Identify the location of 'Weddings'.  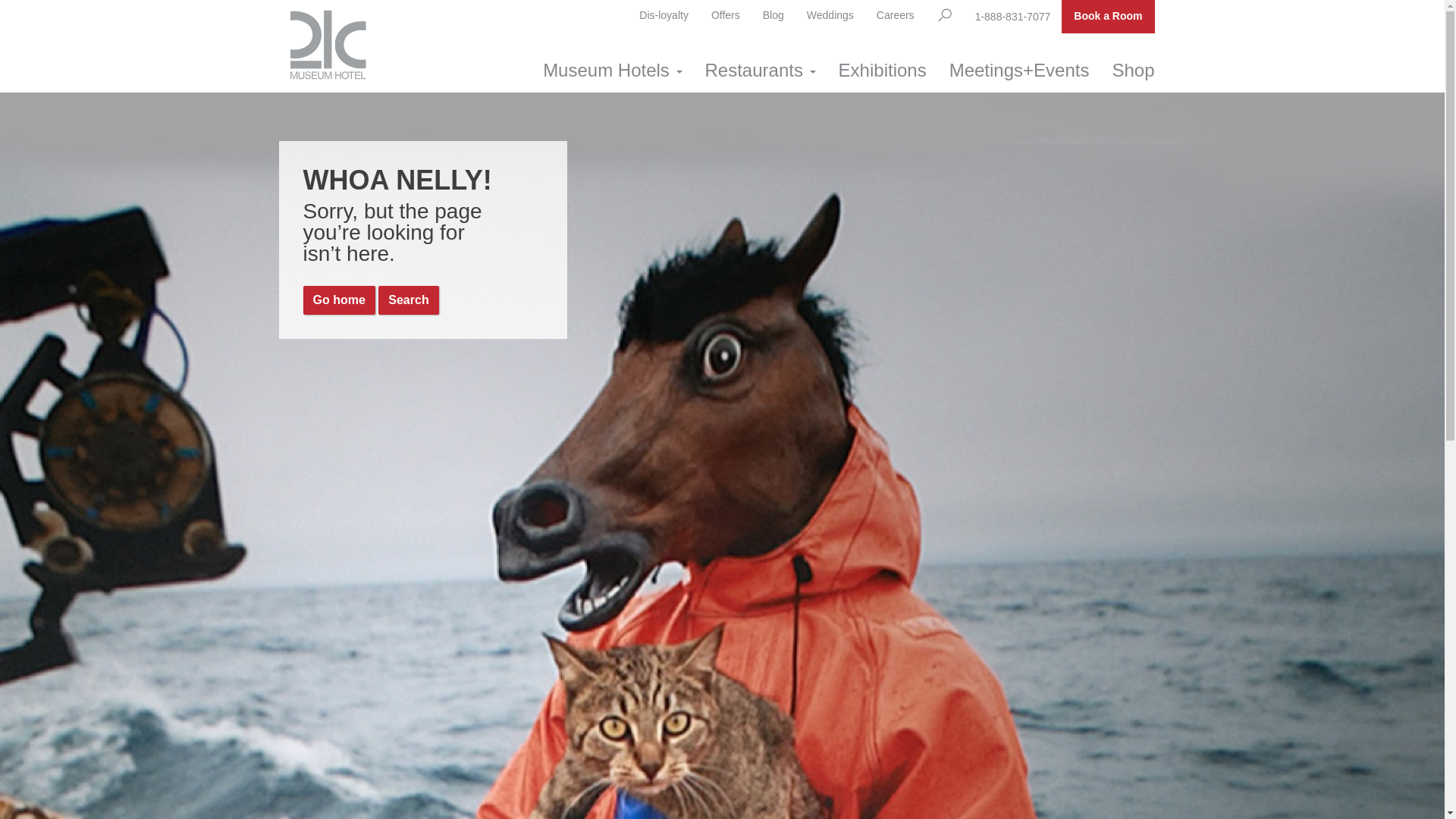
(795, 15).